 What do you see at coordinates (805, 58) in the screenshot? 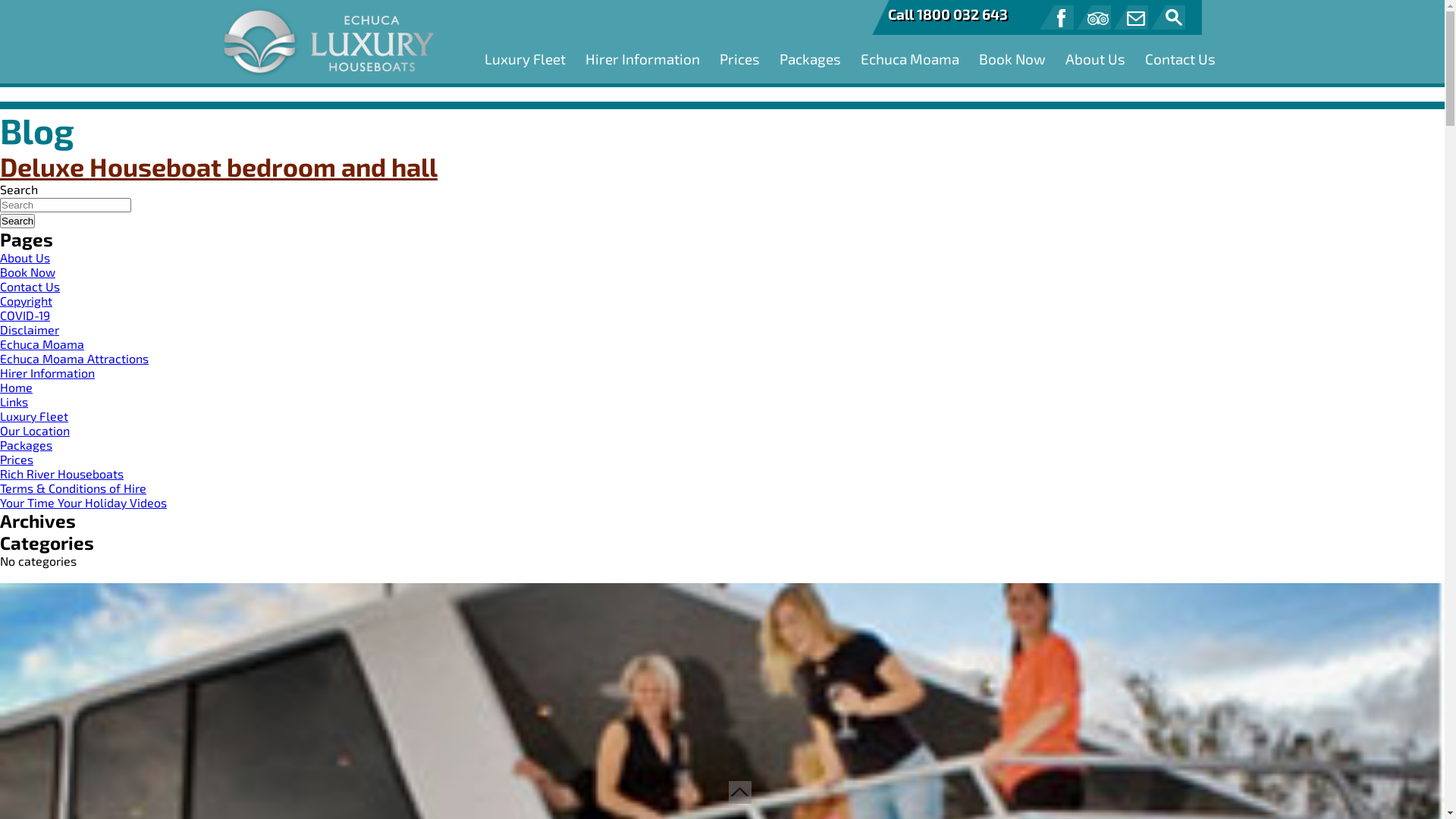
I see `'Packages'` at bounding box center [805, 58].